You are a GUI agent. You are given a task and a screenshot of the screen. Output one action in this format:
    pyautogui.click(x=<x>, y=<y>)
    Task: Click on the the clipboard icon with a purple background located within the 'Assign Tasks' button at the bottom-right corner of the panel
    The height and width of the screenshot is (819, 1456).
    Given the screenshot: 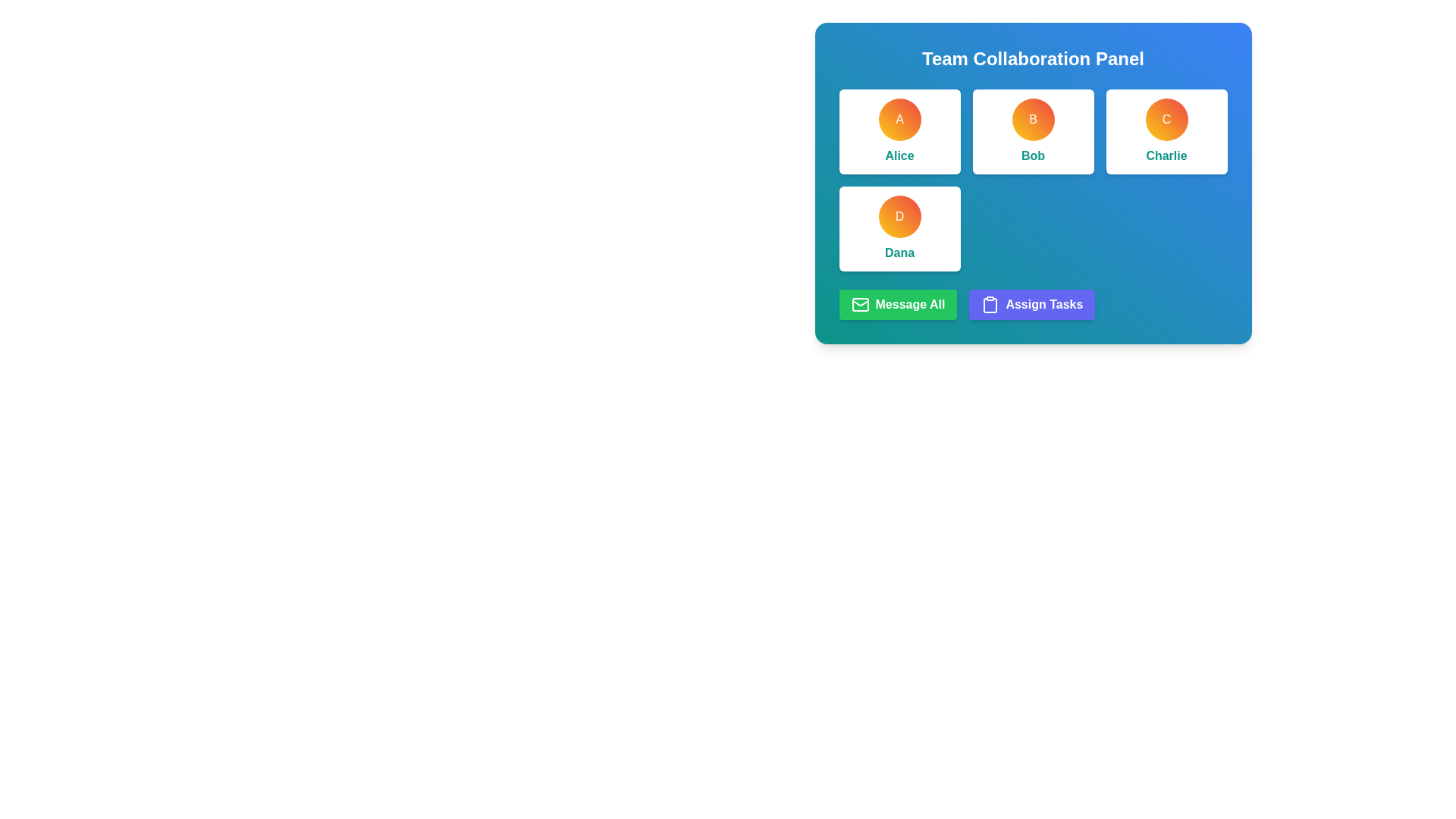 What is the action you would take?
    pyautogui.click(x=990, y=304)
    